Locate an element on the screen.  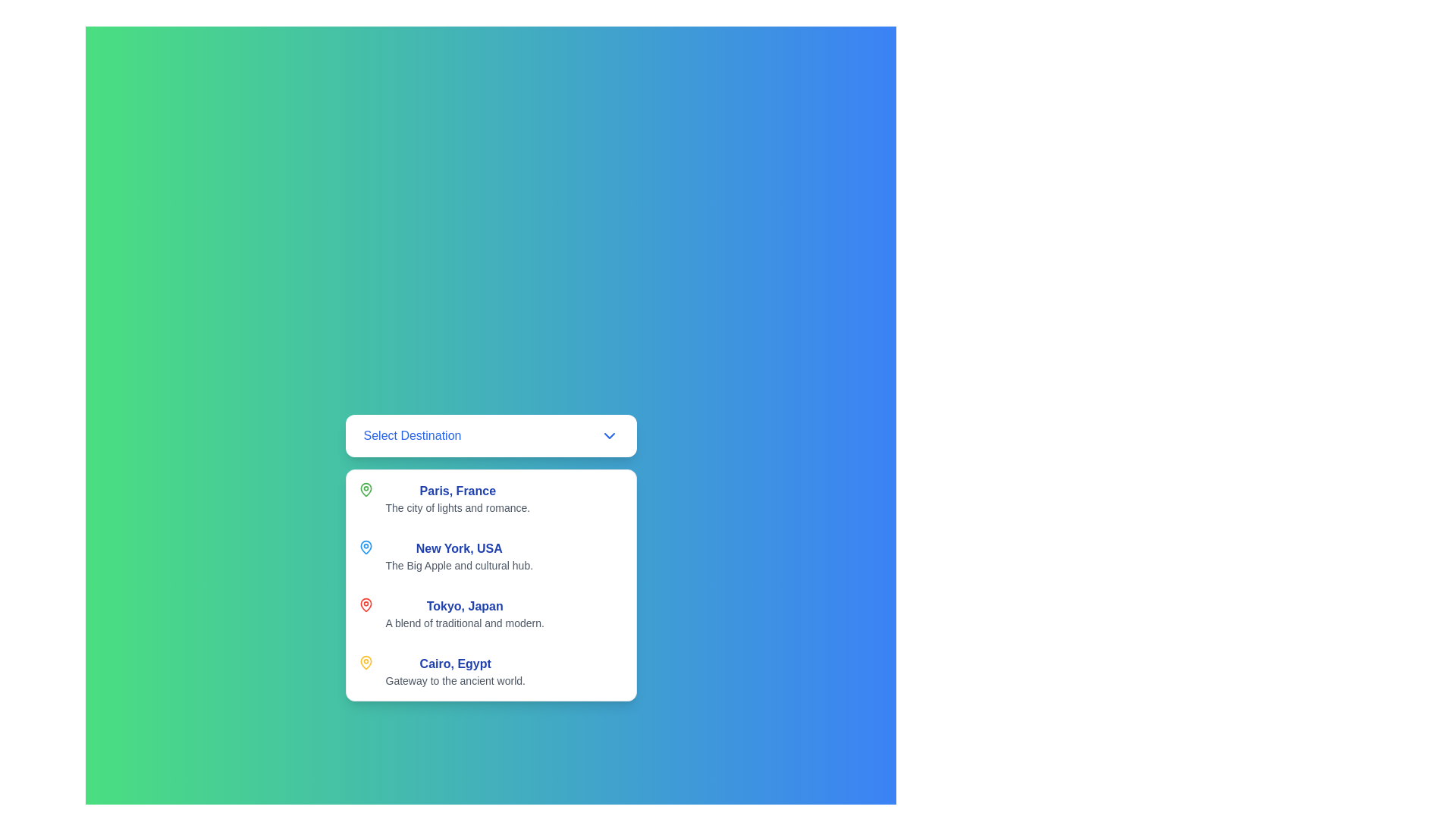
the text label indicating the destination 'Paris, France', located at the top of the first card in the dropdown list of destinations is located at coordinates (457, 491).